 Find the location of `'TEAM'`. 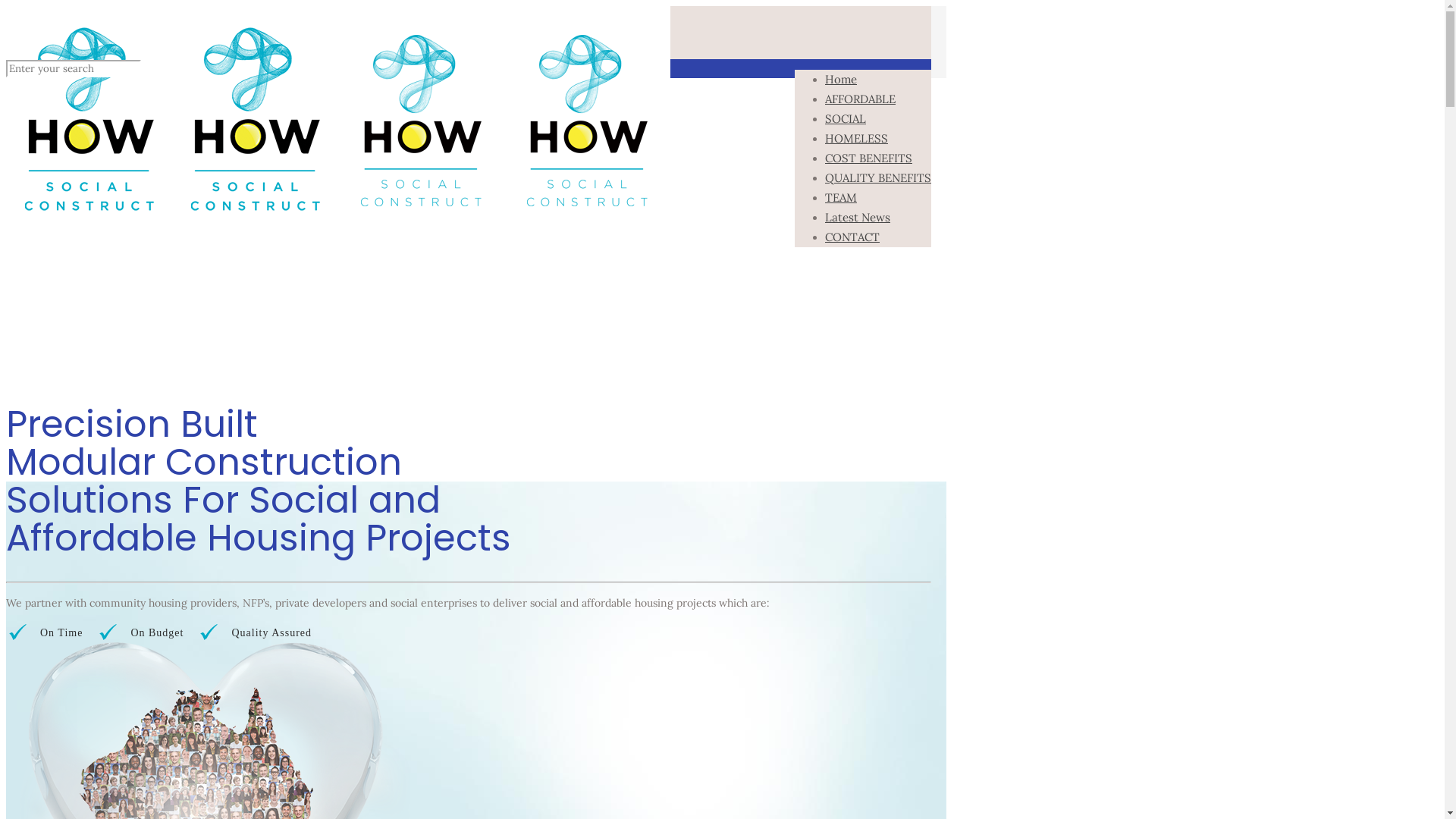

'TEAM' is located at coordinates (824, 196).